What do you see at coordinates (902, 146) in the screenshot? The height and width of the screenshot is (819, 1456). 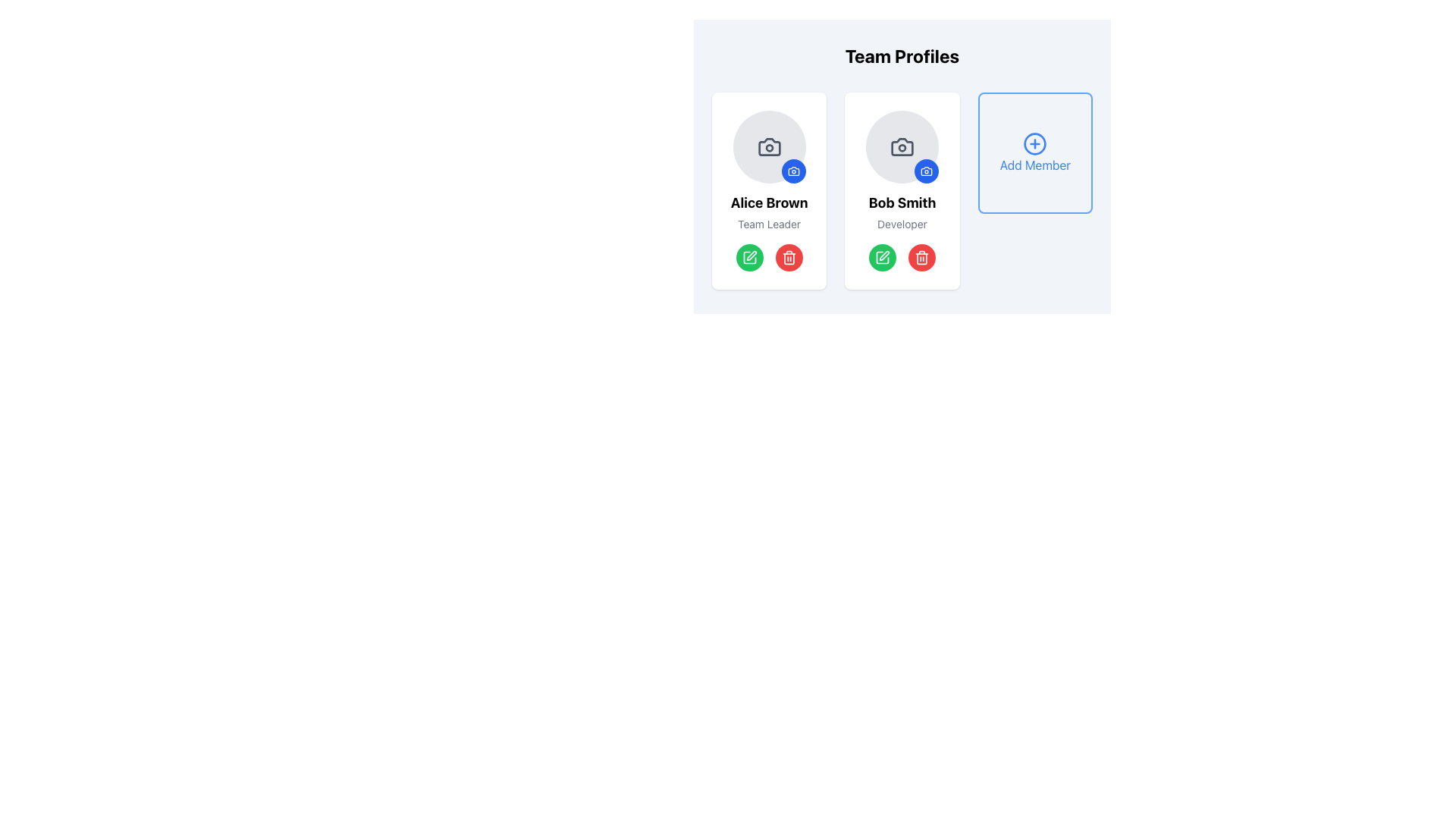 I see `the camera icon representing Bob Smith in the Team Profiles section, which is a stylized SVG graphic with a rounded rectangular shape and a circular lens in the middle` at bounding box center [902, 146].